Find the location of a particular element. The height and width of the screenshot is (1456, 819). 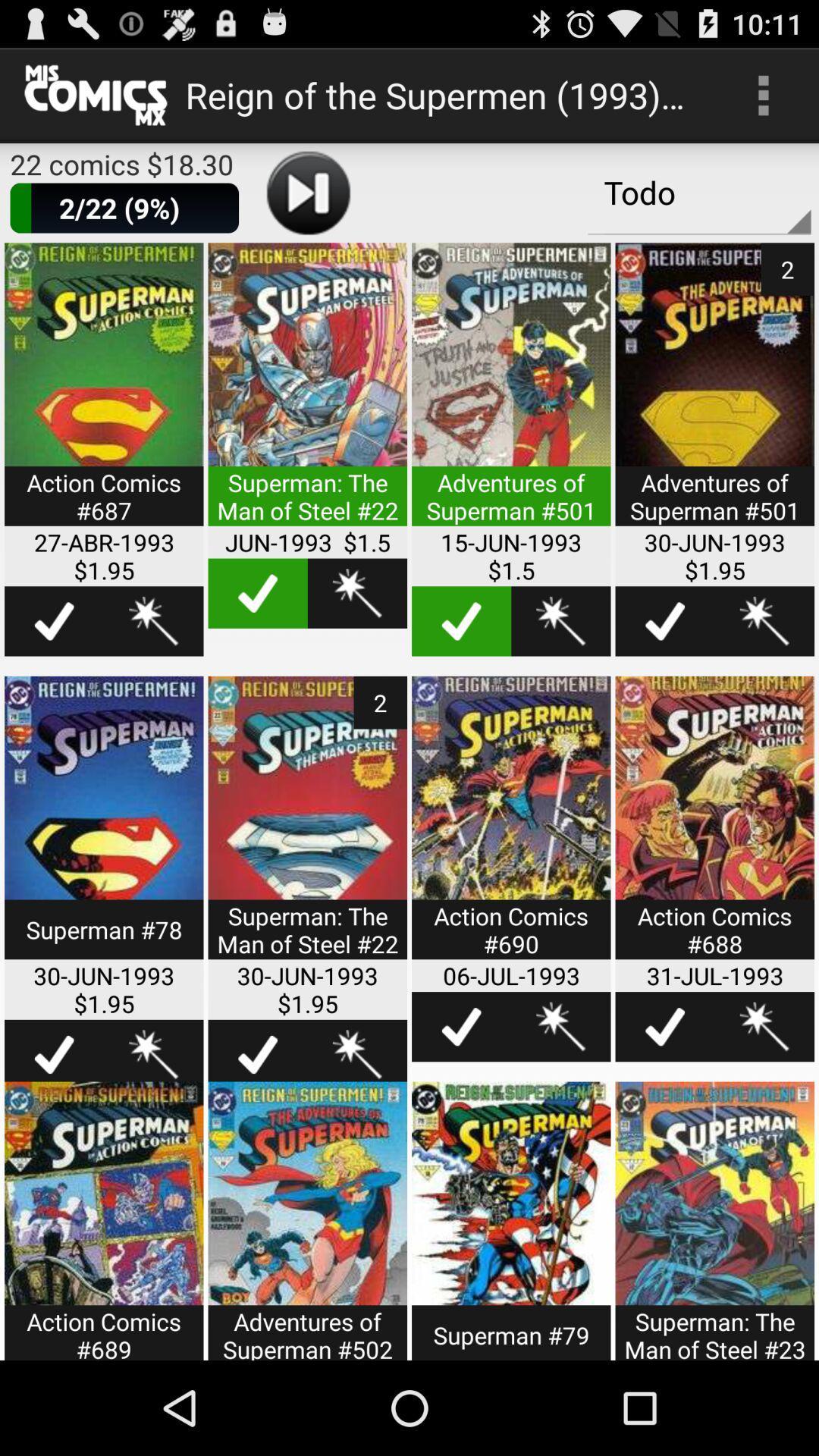

highlight this item is located at coordinates (460, 1027).